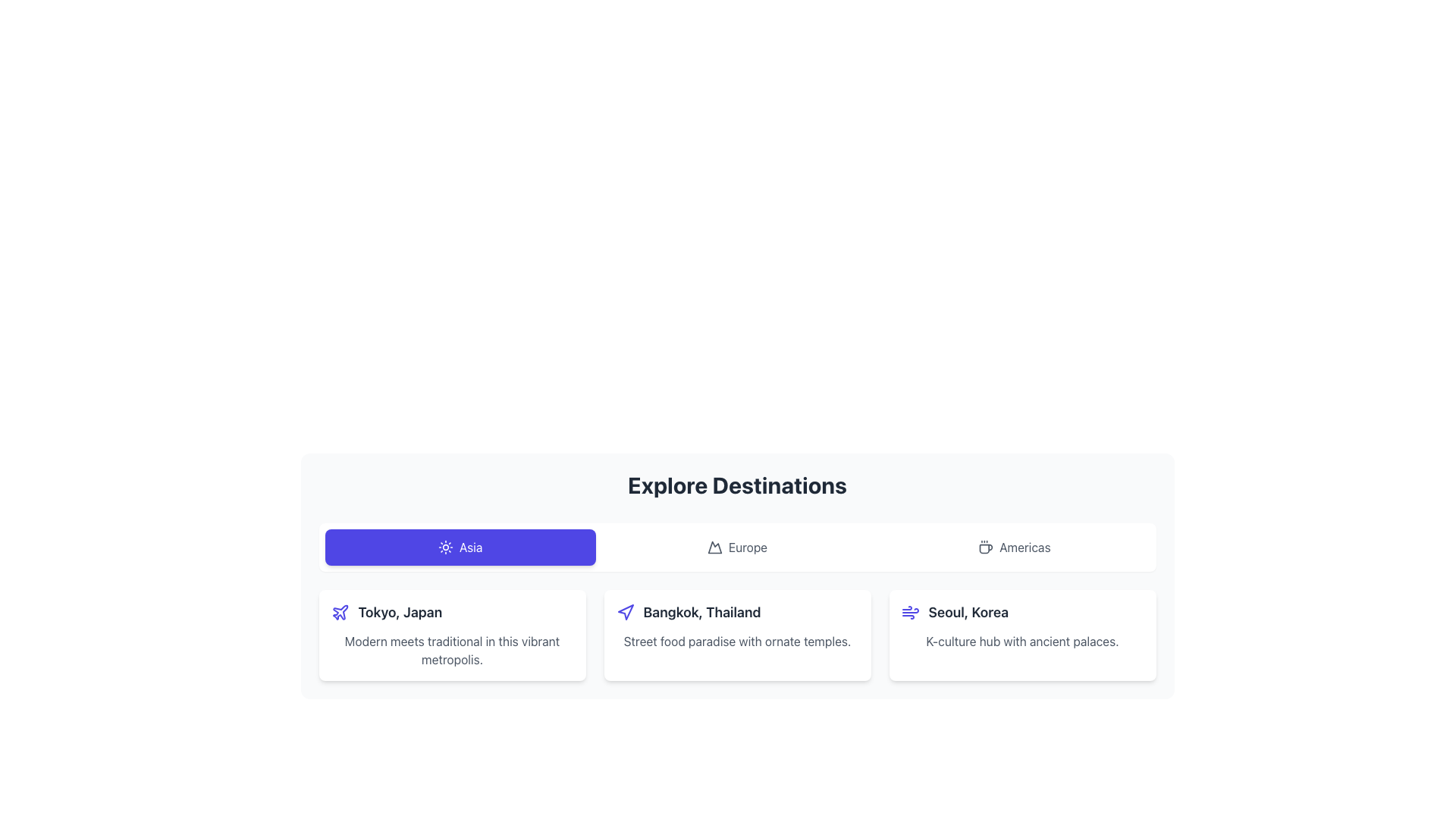  Describe the element at coordinates (626, 611) in the screenshot. I see `the navigation pointer icon styled in solid purple located within the 'Bangkok, Thailand' card, positioned to the left of the text` at that location.